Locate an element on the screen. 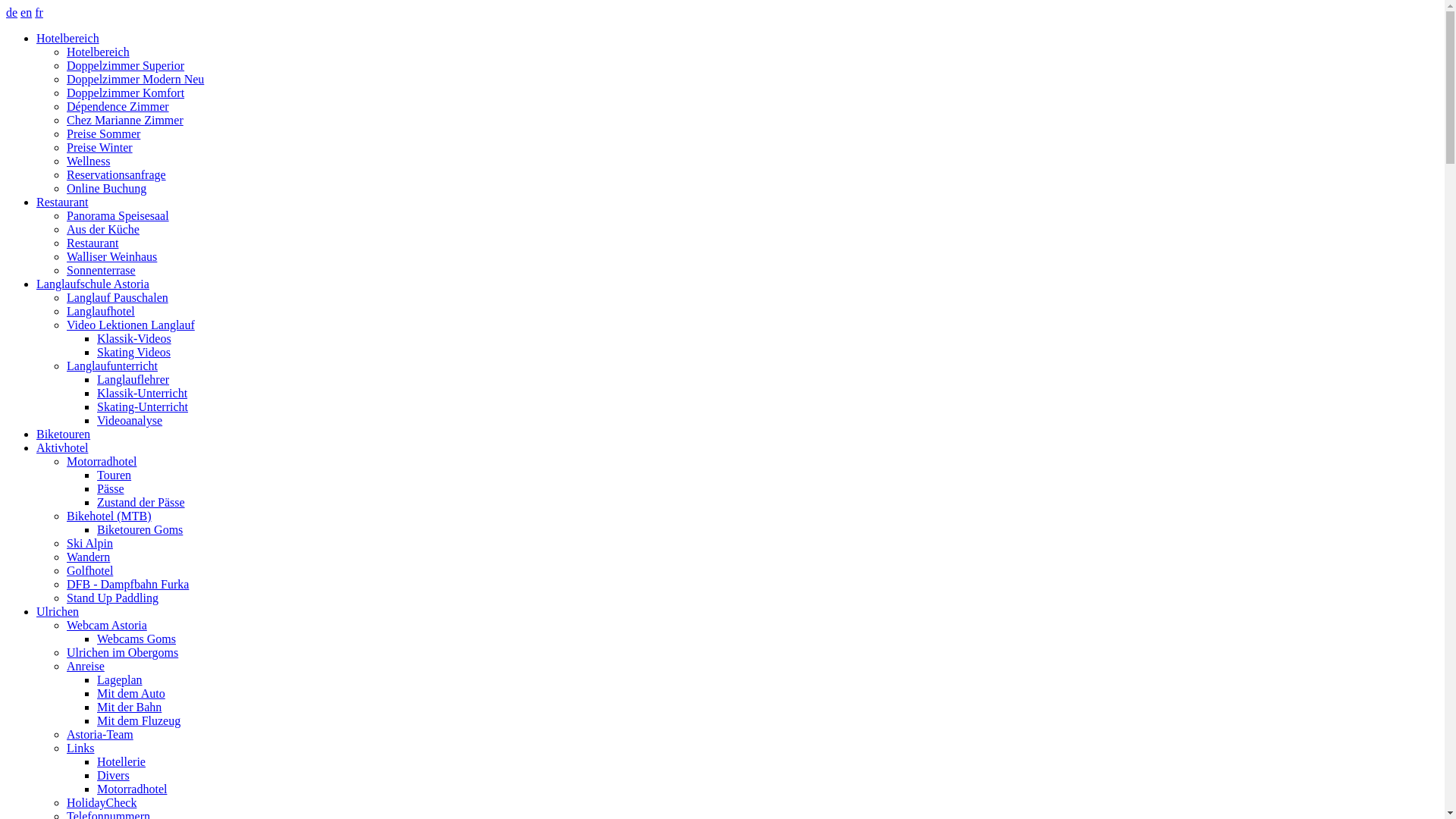 The image size is (1456, 819). 'Wellness' is located at coordinates (87, 161).